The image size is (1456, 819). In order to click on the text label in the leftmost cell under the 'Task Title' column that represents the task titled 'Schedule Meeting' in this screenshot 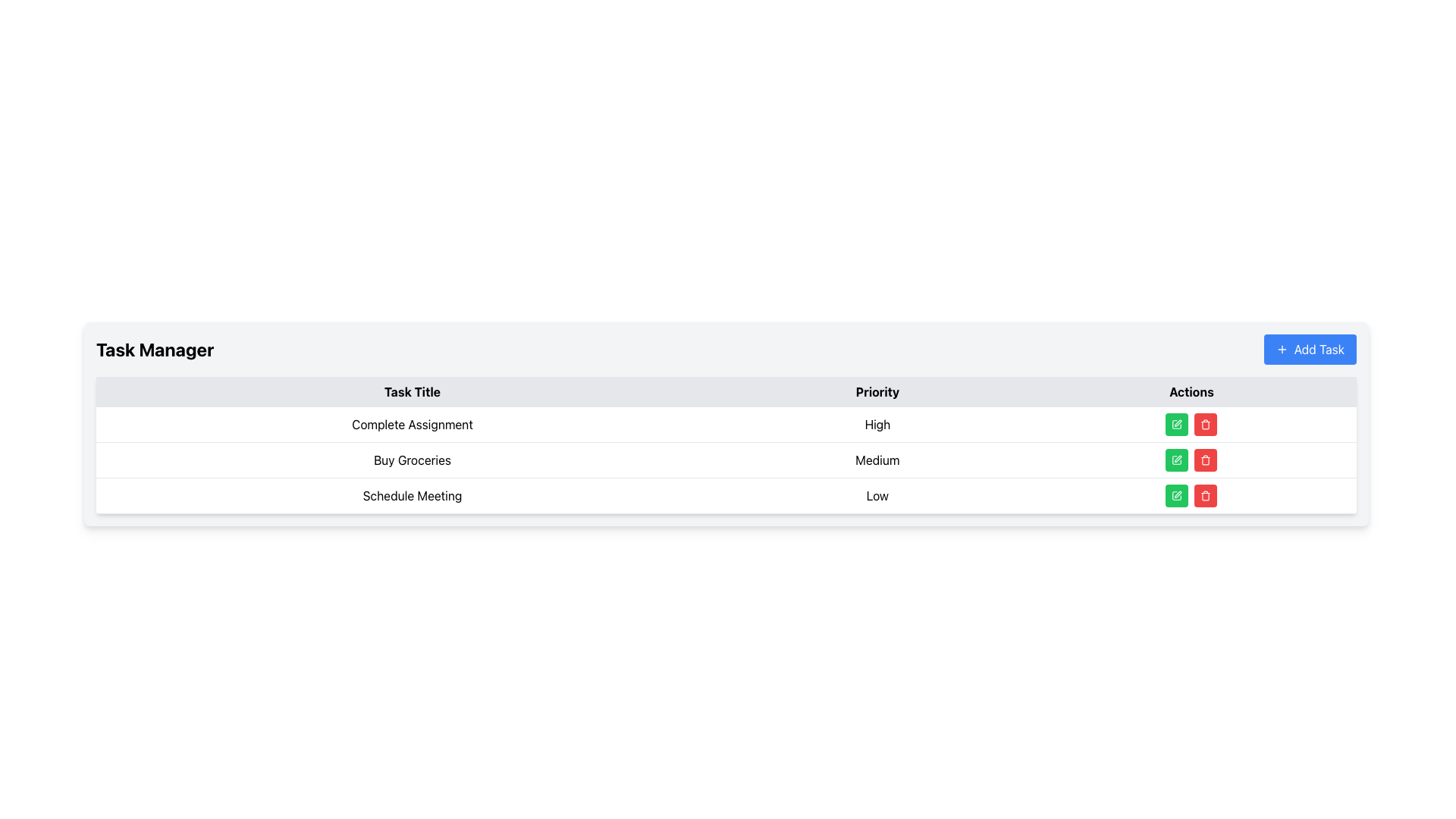, I will do `click(412, 496)`.